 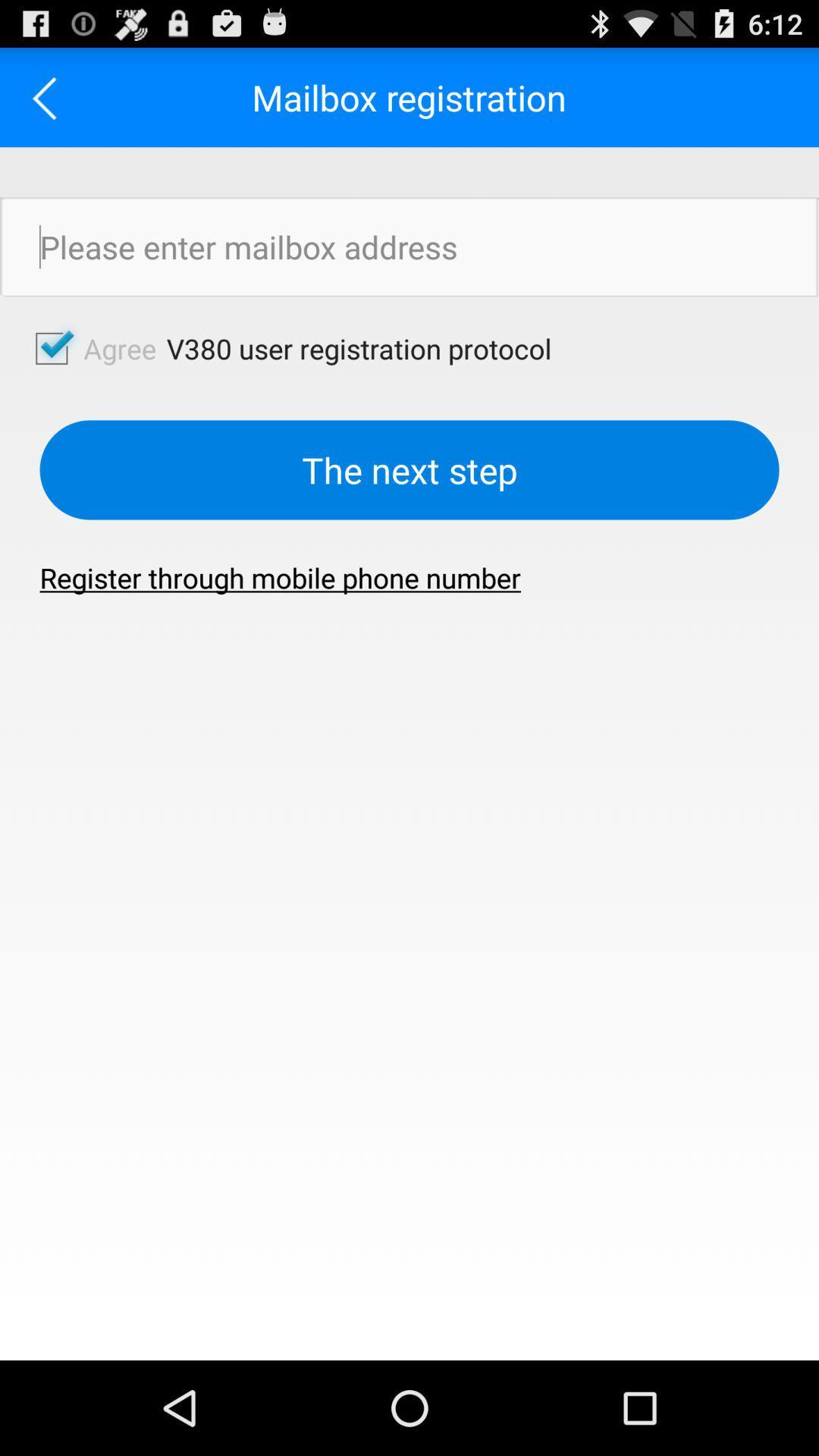 What do you see at coordinates (280, 577) in the screenshot?
I see `the button below the the next step` at bounding box center [280, 577].